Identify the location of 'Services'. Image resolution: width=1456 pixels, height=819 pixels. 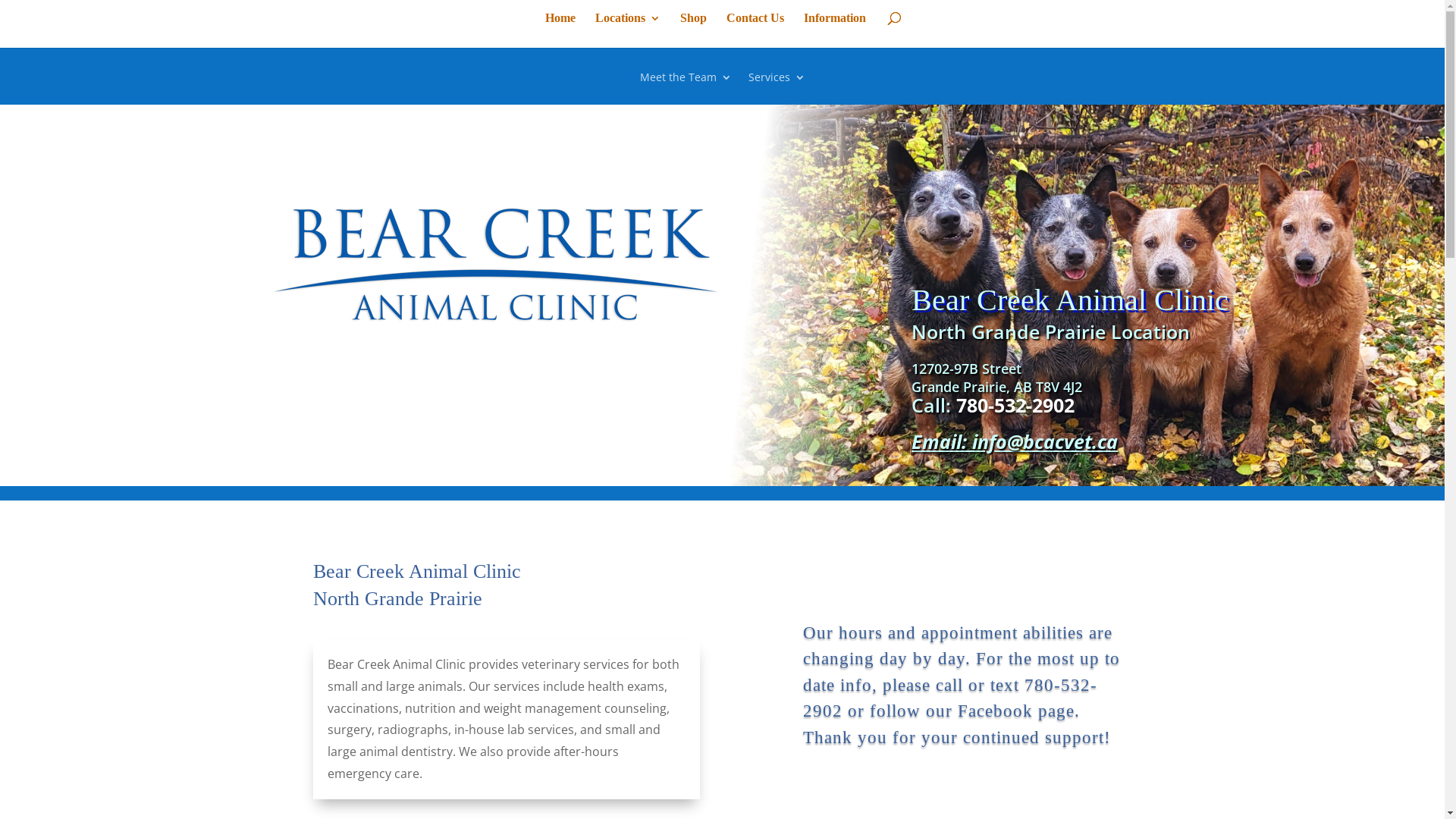
(776, 88).